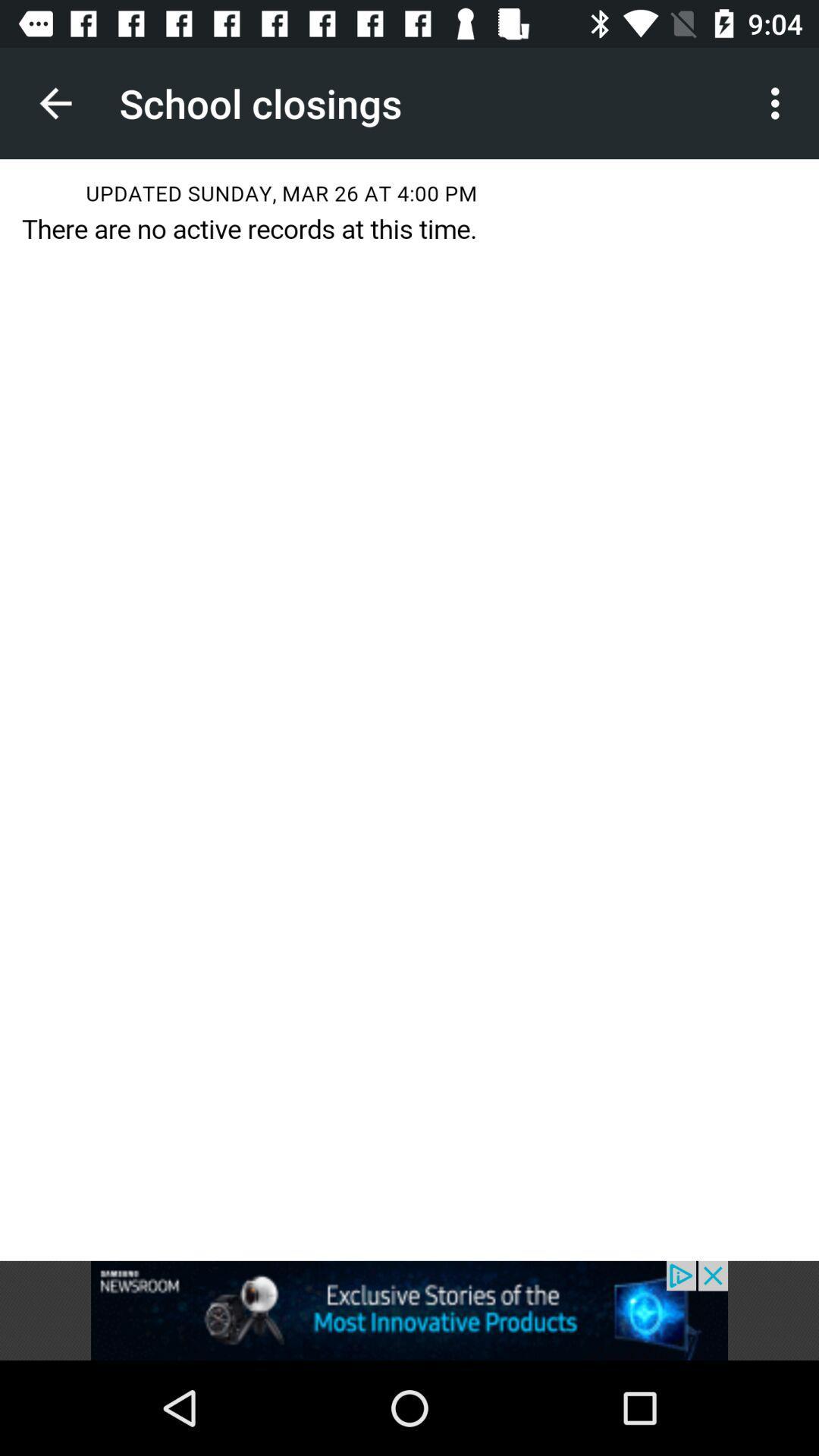 Image resolution: width=819 pixels, height=1456 pixels. What do you see at coordinates (409, 1310) in the screenshot?
I see `advertisement page` at bounding box center [409, 1310].